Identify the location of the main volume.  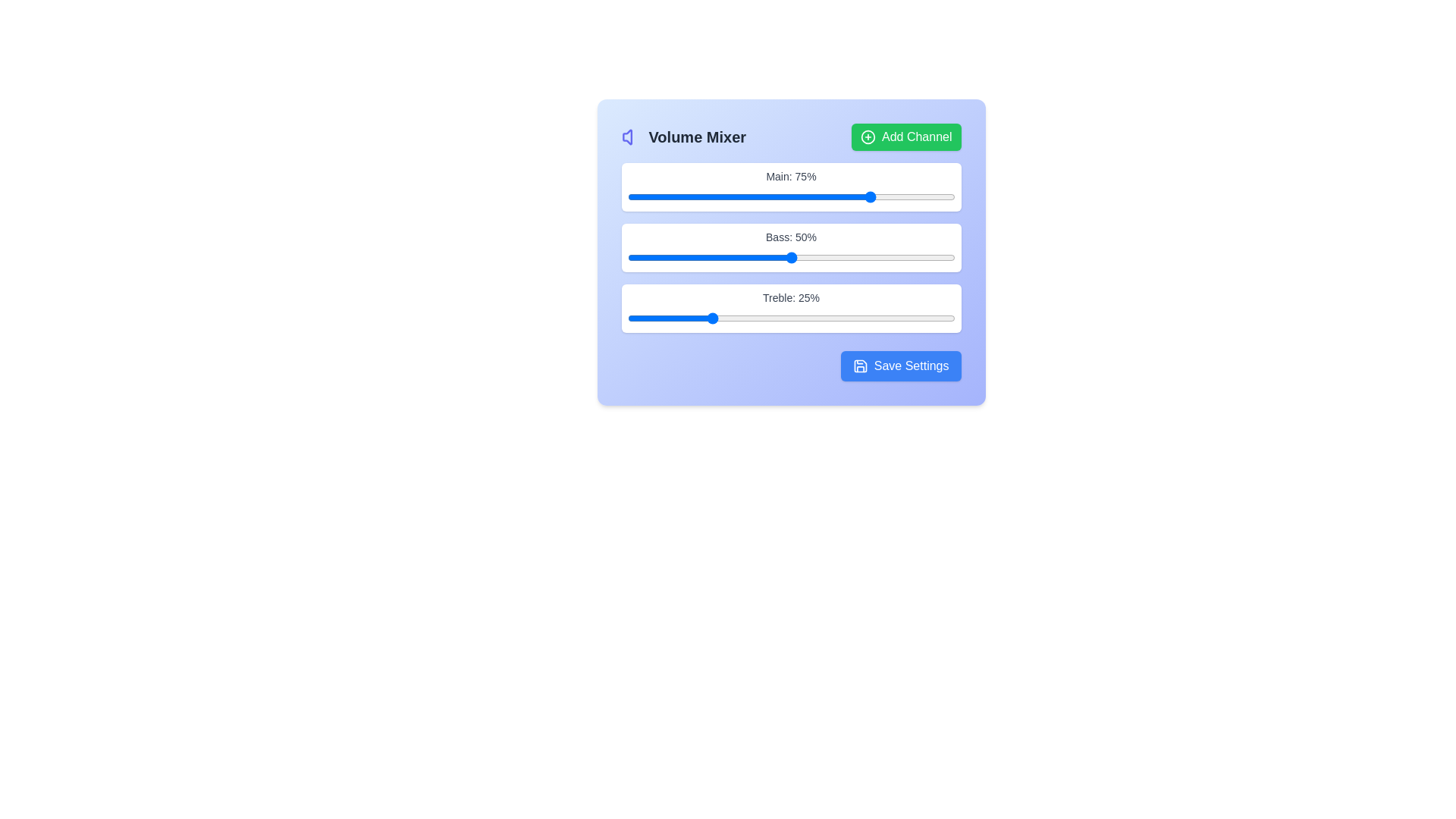
(721, 196).